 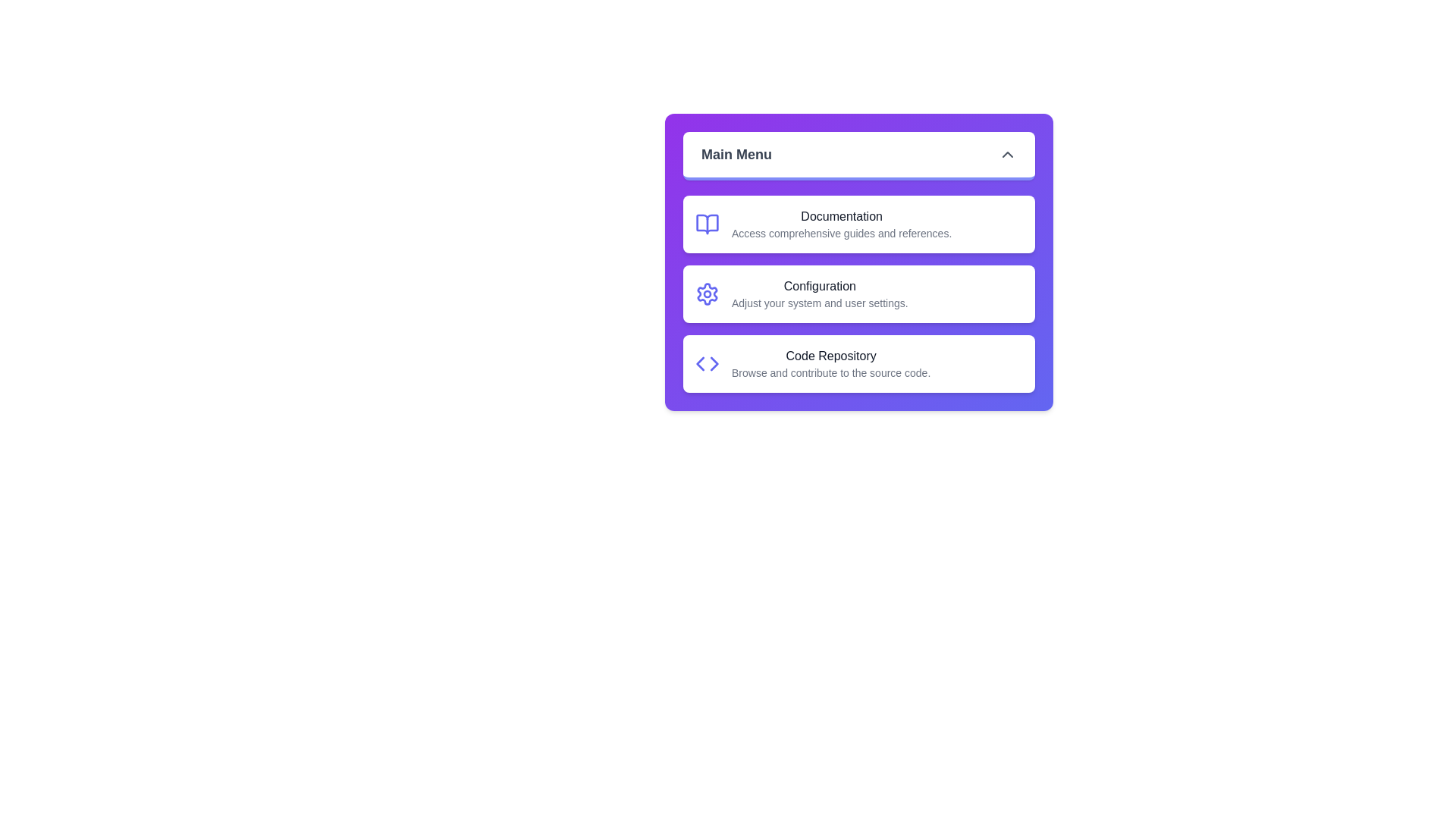 I want to click on the menu item Code Repository from the list, so click(x=858, y=363).